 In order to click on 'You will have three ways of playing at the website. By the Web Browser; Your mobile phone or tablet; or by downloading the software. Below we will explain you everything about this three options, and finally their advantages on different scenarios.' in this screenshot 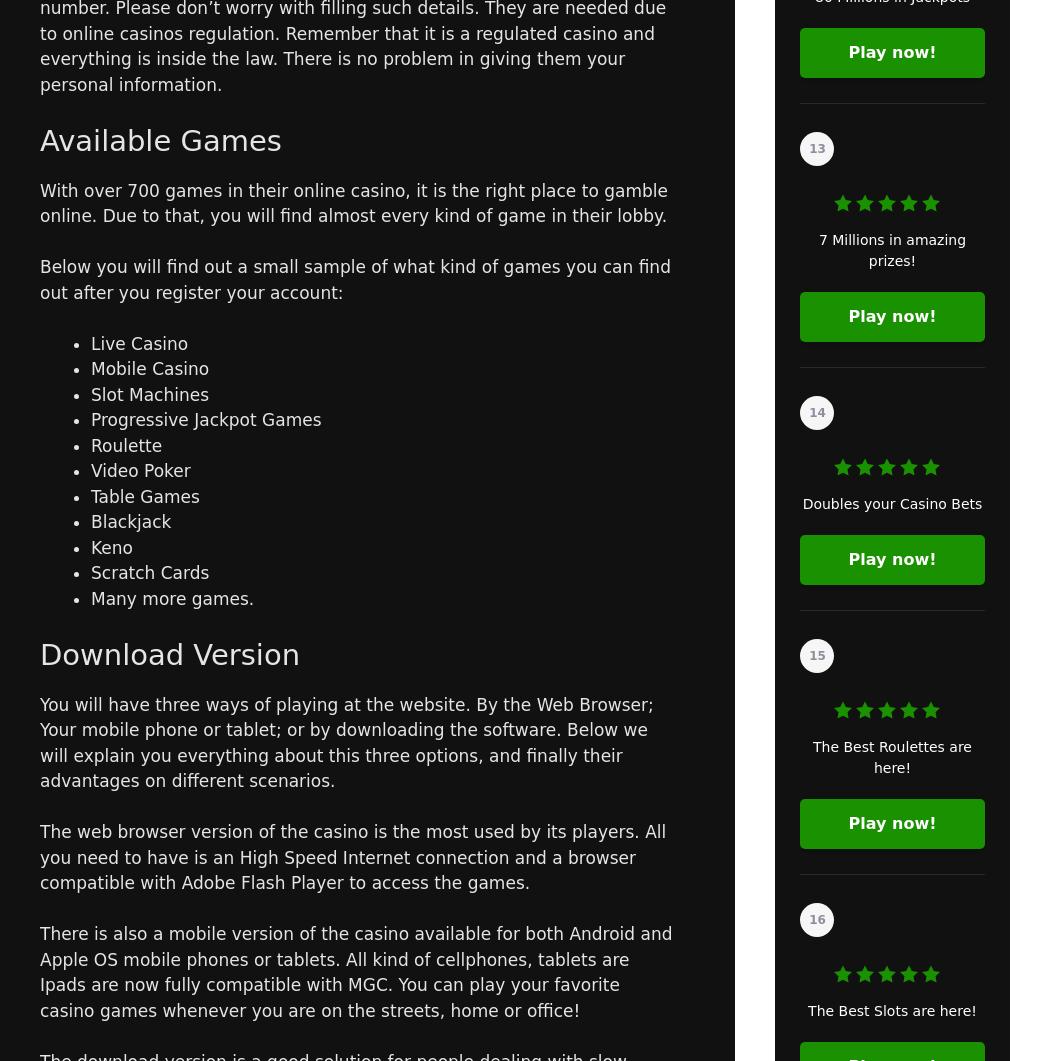, I will do `click(345, 742)`.